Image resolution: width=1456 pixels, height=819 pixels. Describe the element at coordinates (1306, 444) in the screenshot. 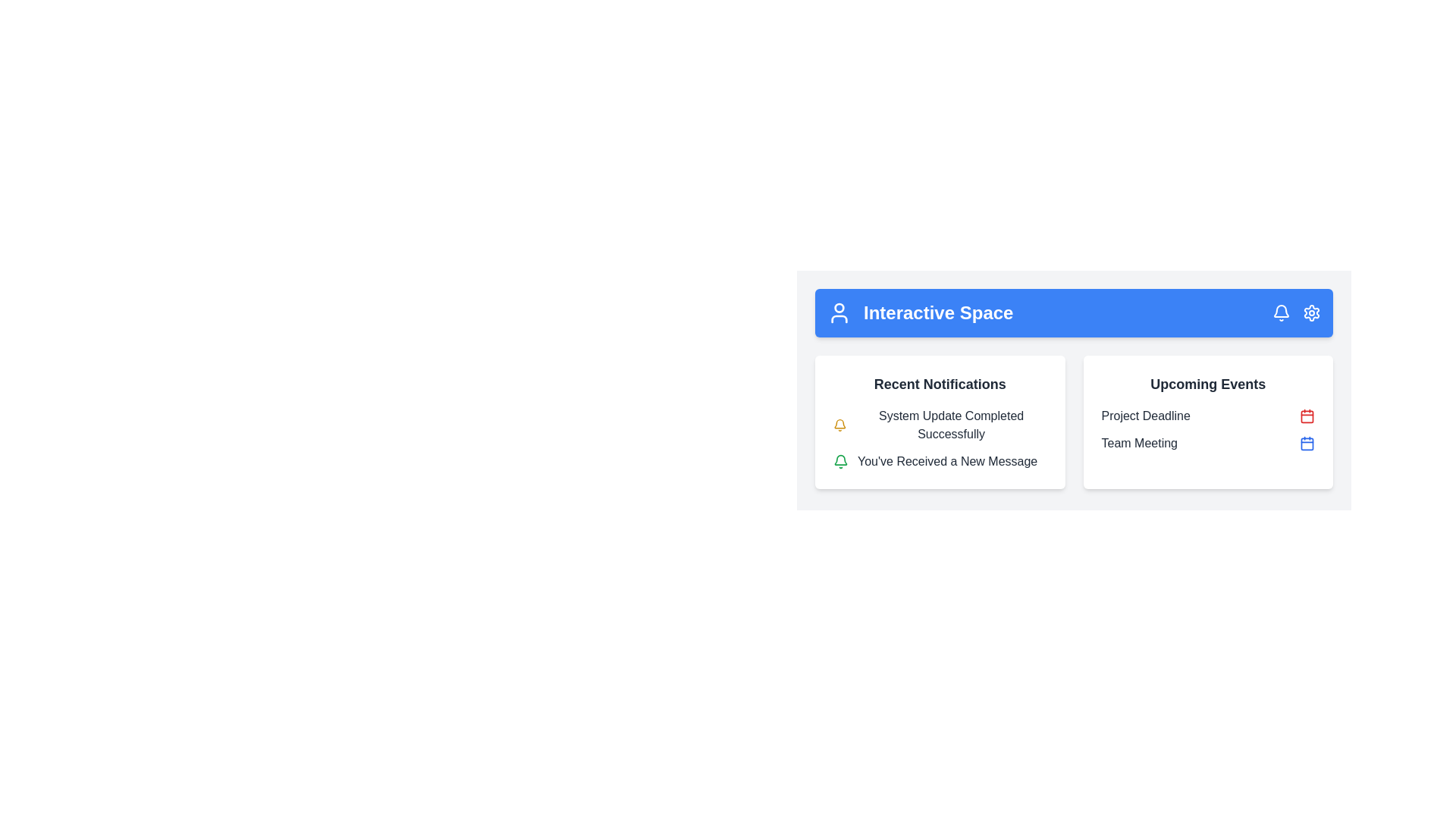

I see `the blue calendar icon located to the right of the 'Team Meeting' text in the 'Upcoming Events' section` at that location.